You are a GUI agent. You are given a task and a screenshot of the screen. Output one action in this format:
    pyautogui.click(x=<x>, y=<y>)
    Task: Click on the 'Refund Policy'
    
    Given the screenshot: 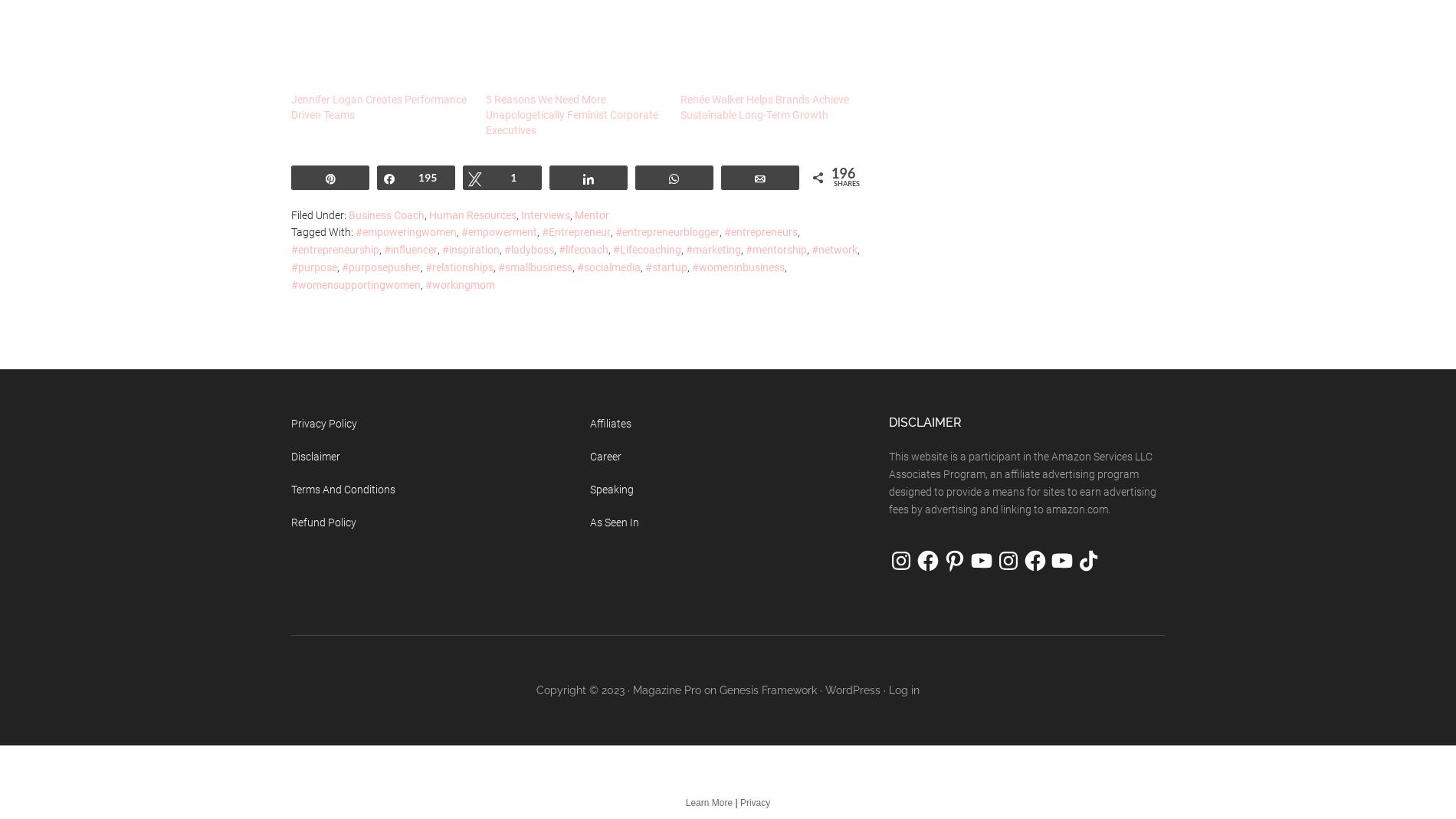 What is the action you would take?
    pyautogui.click(x=323, y=520)
    